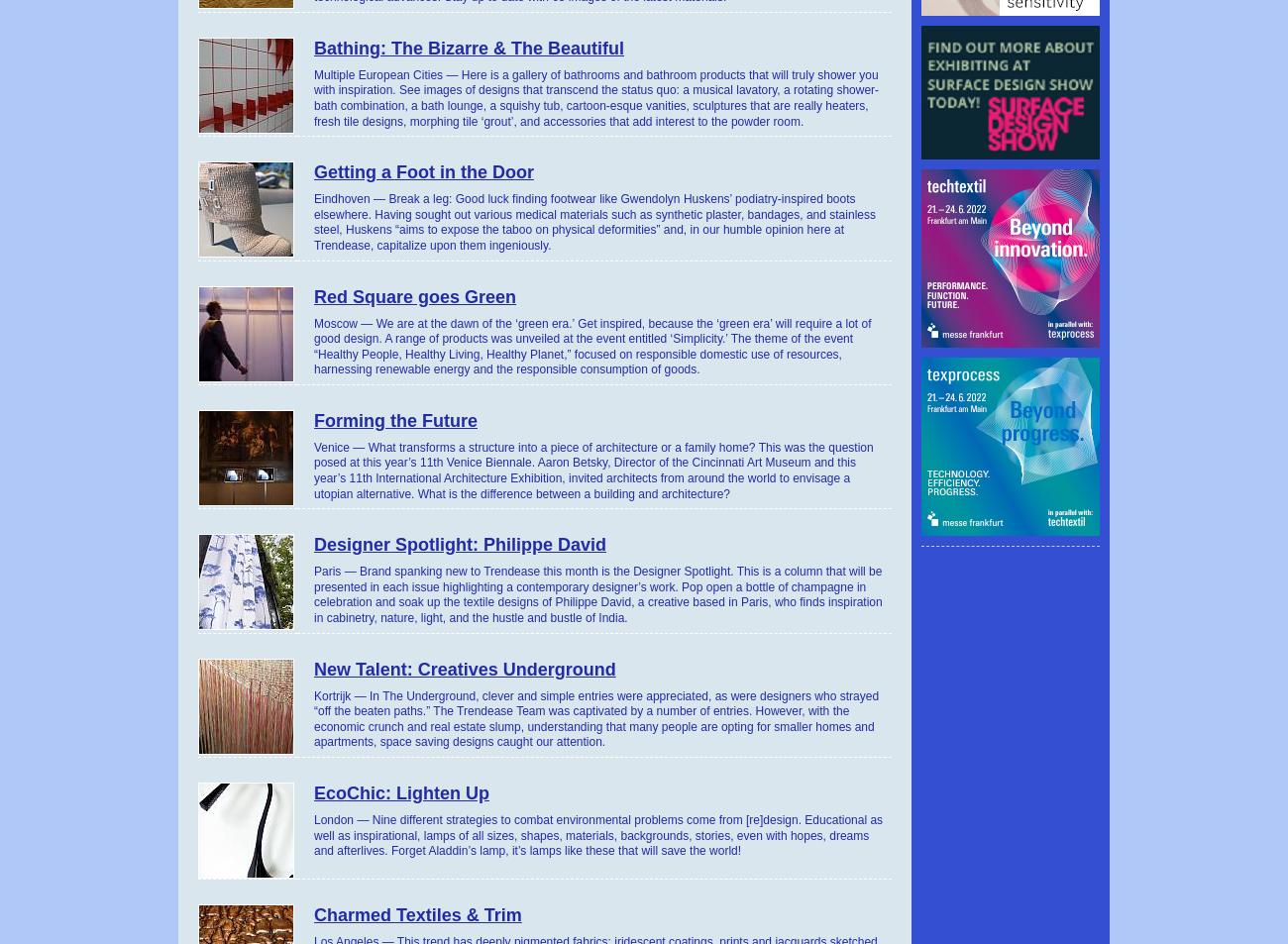 This screenshot has width=1288, height=944. I want to click on 'Bathing: The Bizarre & The Beautiful', so click(468, 47).